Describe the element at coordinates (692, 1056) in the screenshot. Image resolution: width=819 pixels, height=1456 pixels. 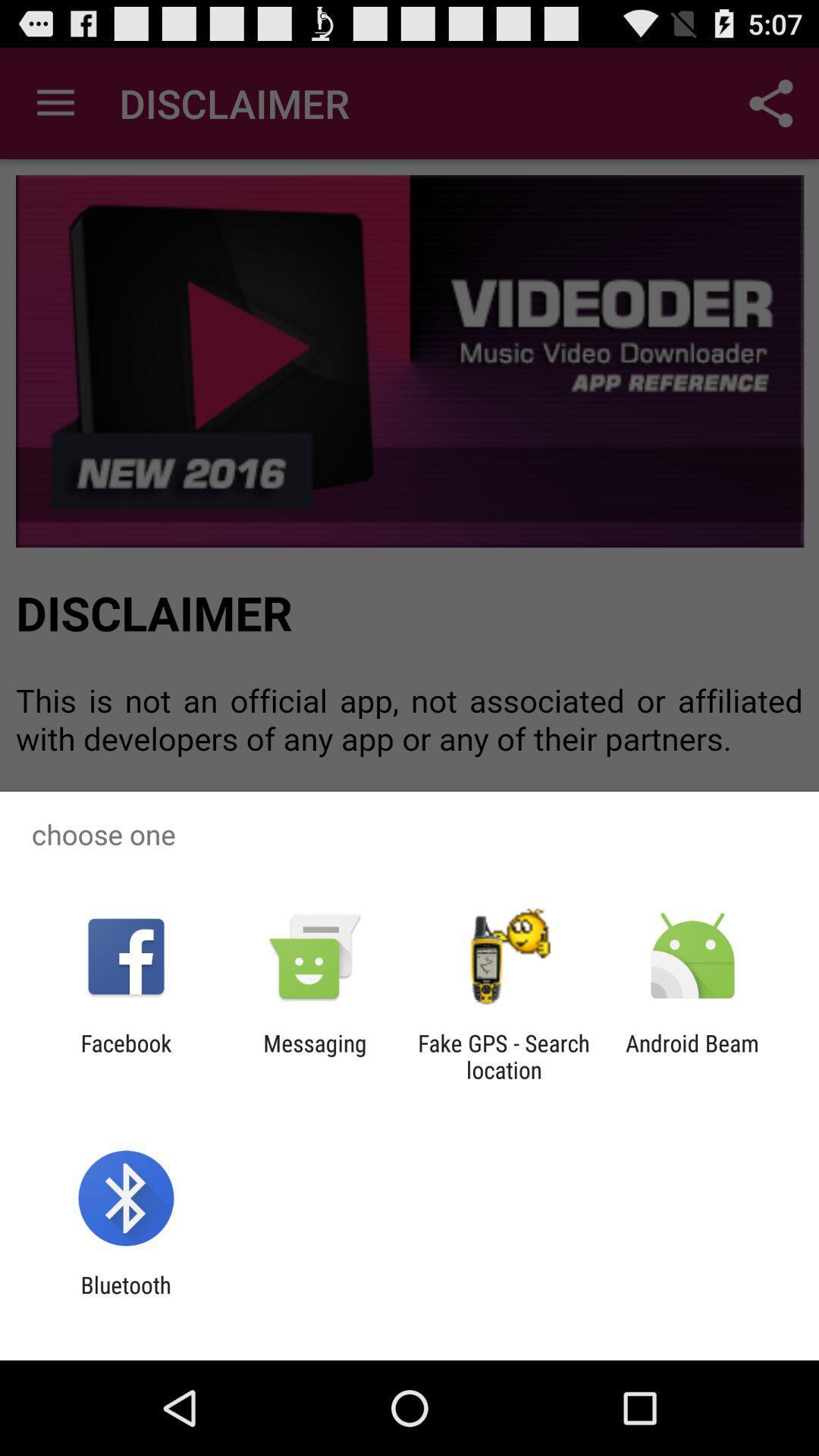
I see `the app next to fake gps search icon` at that location.